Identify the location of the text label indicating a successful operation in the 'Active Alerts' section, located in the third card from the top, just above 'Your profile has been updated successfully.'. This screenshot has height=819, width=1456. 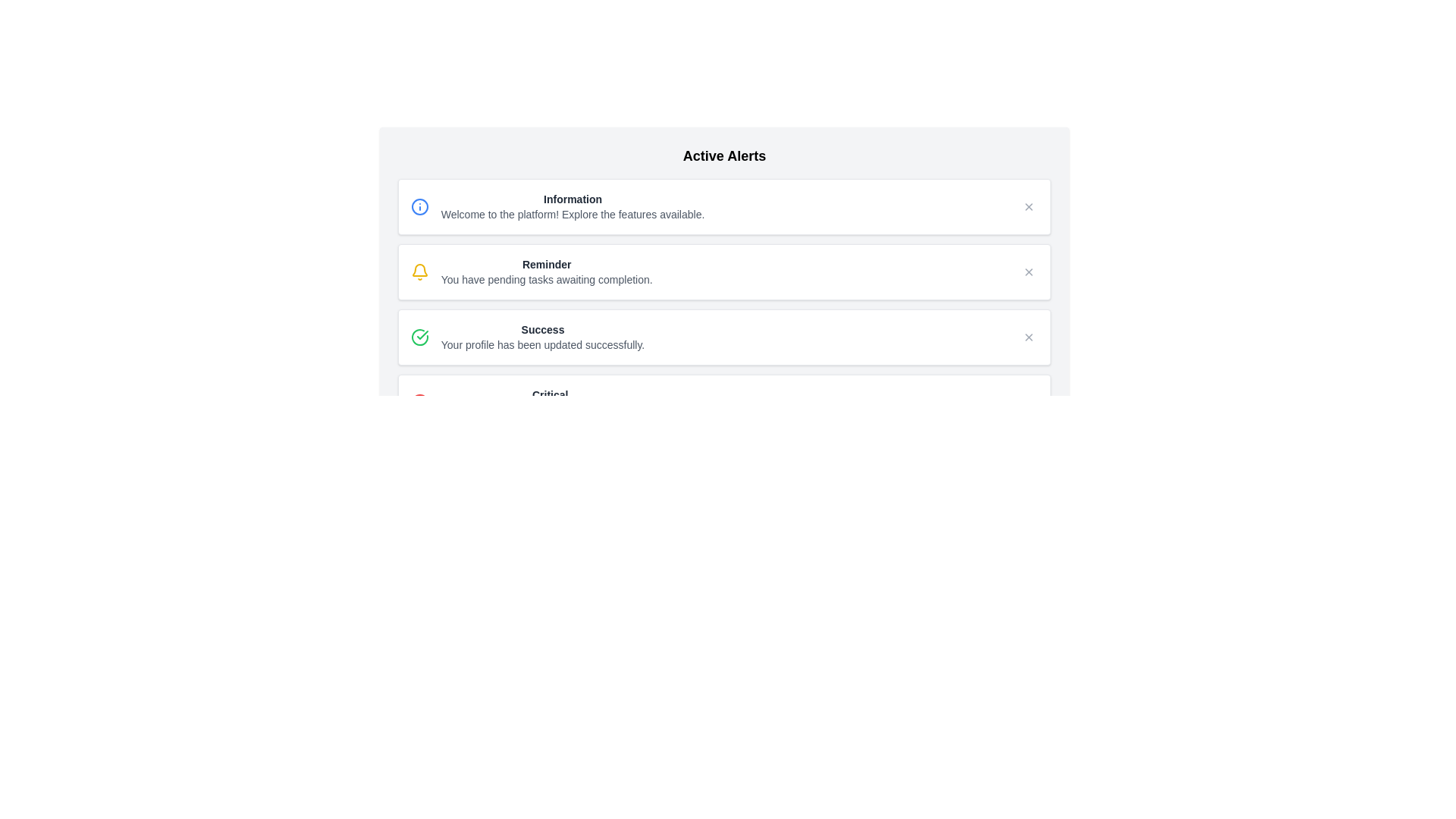
(542, 329).